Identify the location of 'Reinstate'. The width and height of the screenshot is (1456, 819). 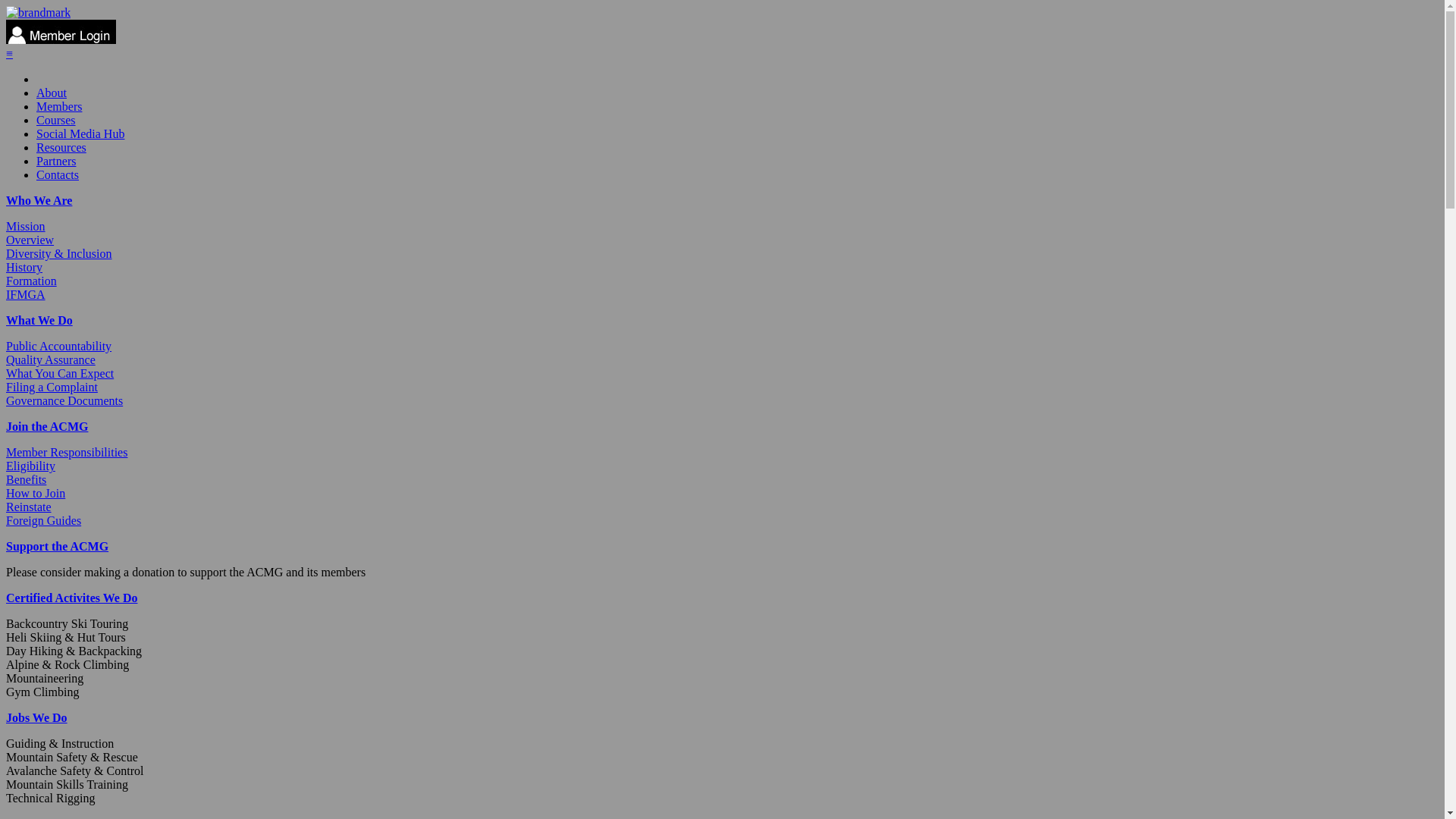
(29, 507).